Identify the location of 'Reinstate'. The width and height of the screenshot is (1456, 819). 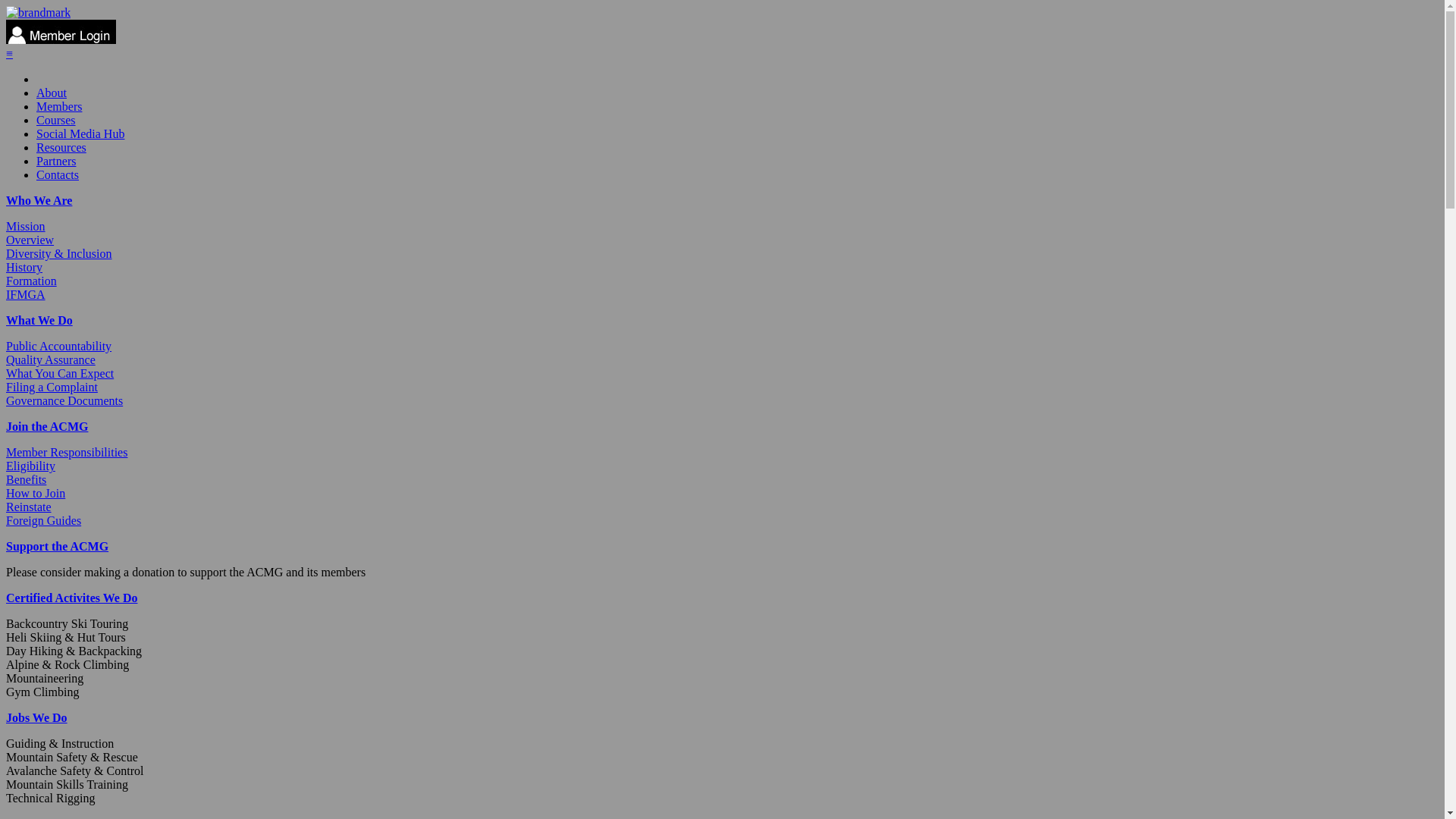
(29, 507).